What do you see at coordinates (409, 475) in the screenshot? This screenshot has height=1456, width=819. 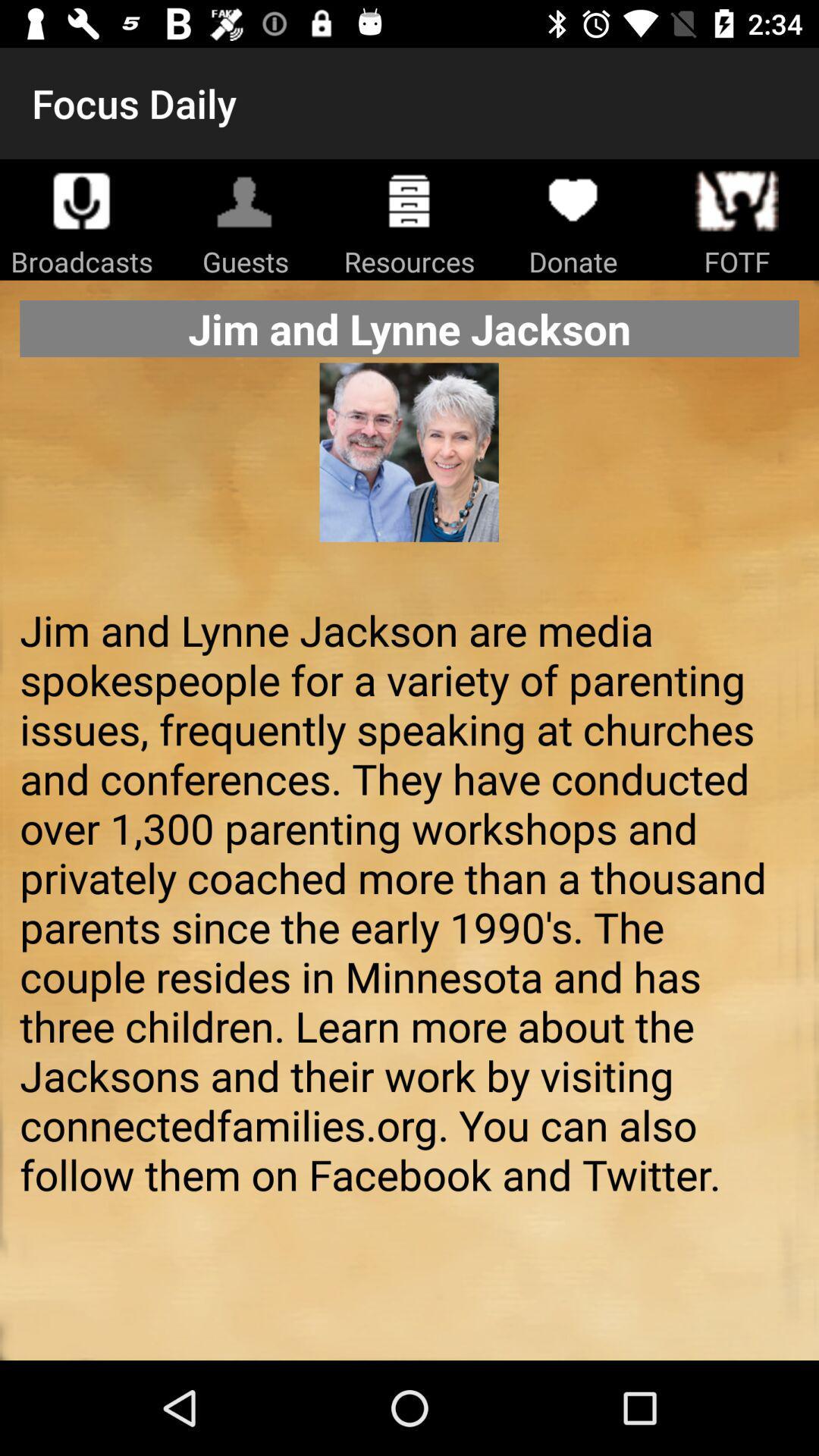 I see `the image below the text jim and lynne jackson` at bounding box center [409, 475].